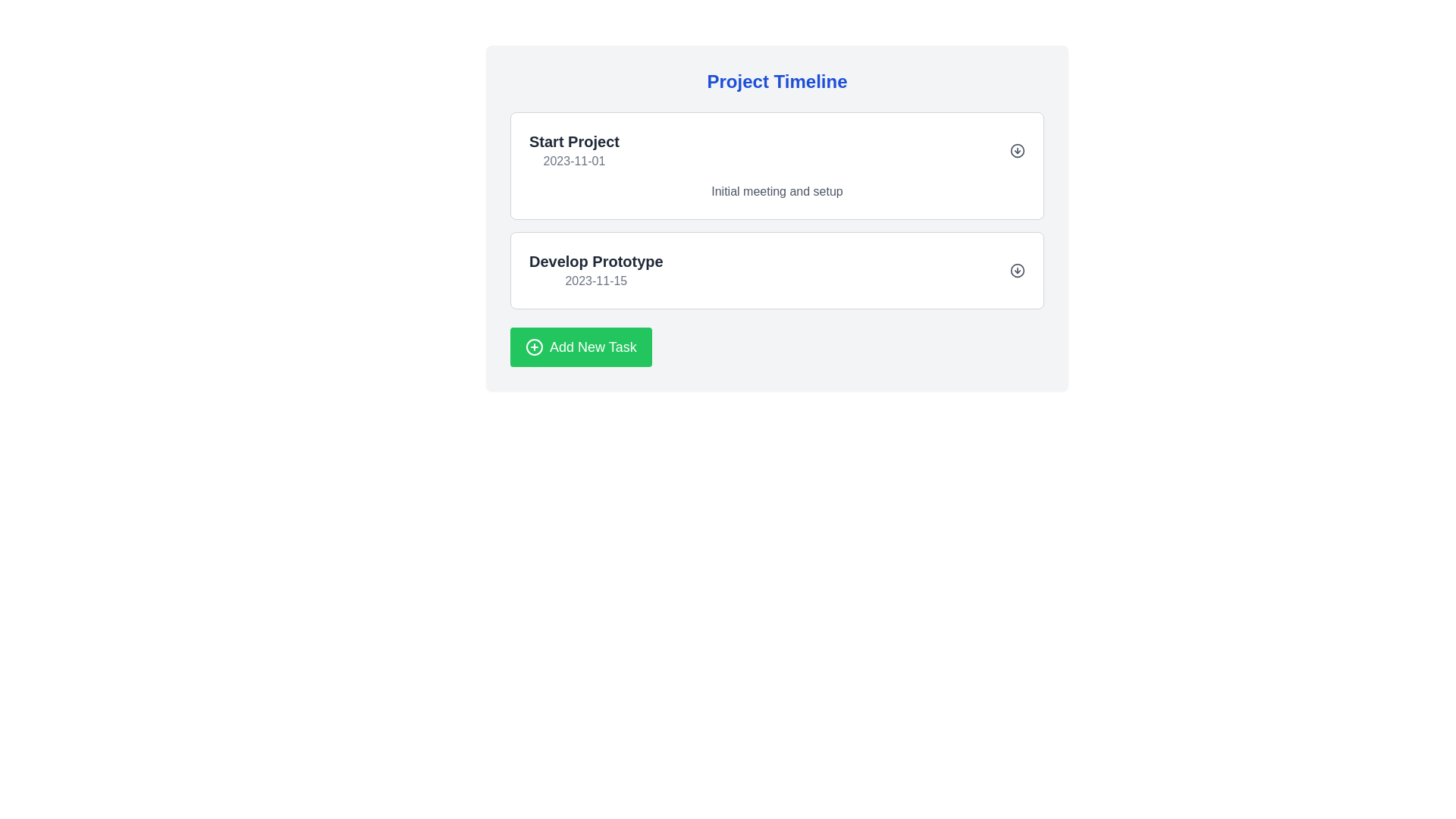  Describe the element at coordinates (595, 260) in the screenshot. I see `the static text label located in the second task card below the 'Start Project' task` at that location.